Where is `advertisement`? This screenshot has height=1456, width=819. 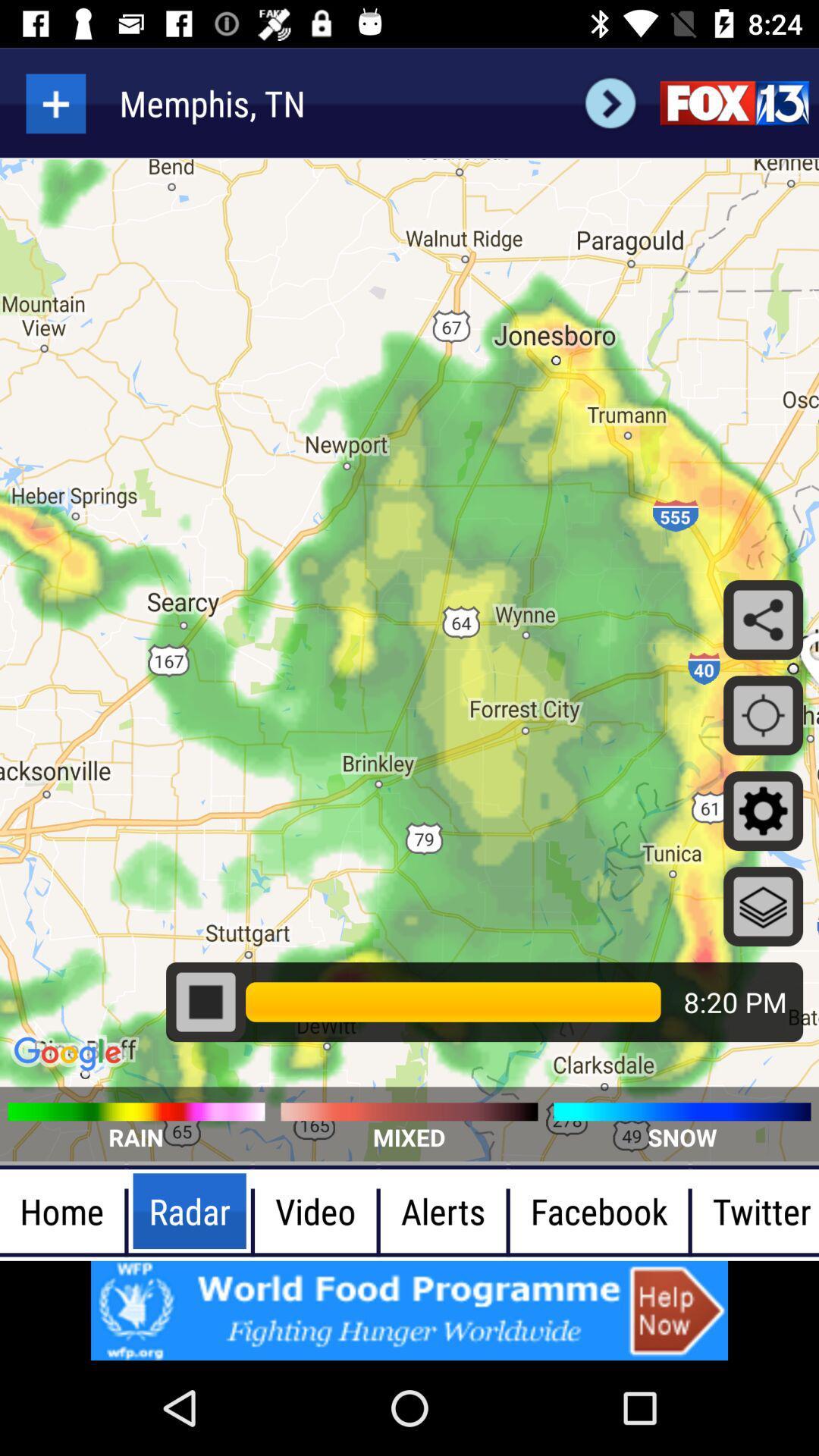
advertisement is located at coordinates (409, 1310).